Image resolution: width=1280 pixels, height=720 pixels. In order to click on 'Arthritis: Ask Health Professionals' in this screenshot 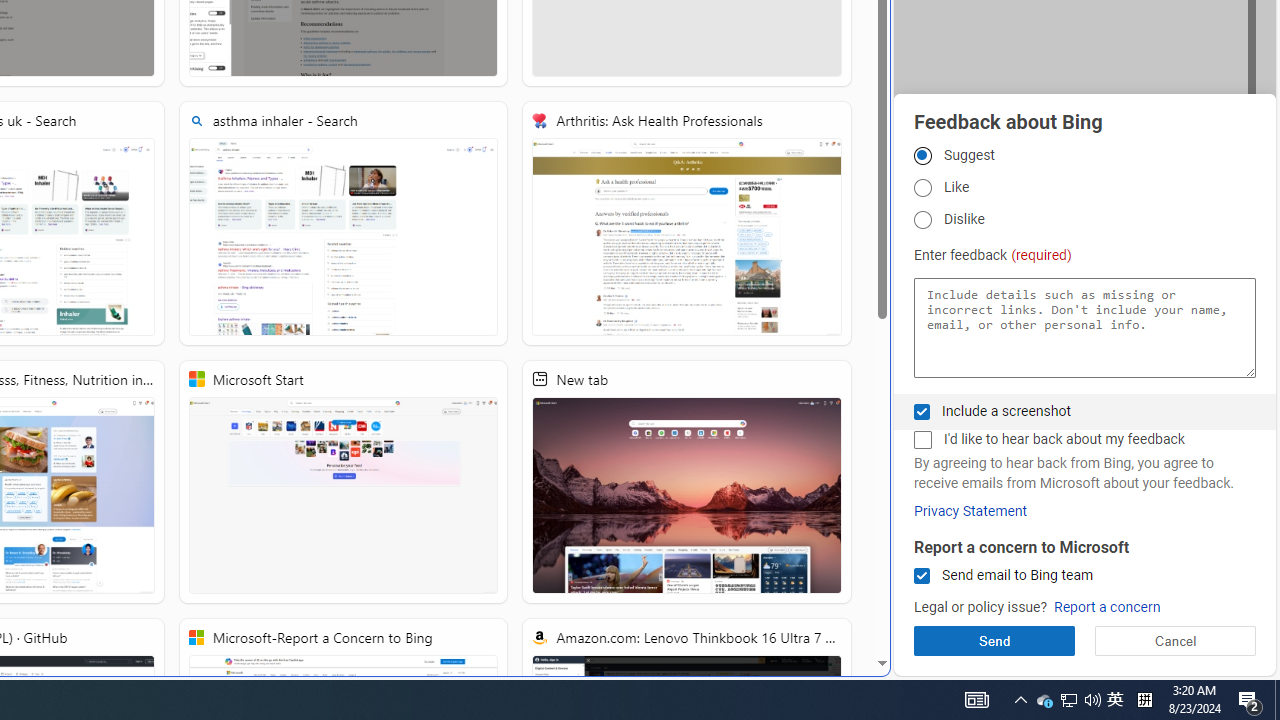, I will do `click(687, 223)`.